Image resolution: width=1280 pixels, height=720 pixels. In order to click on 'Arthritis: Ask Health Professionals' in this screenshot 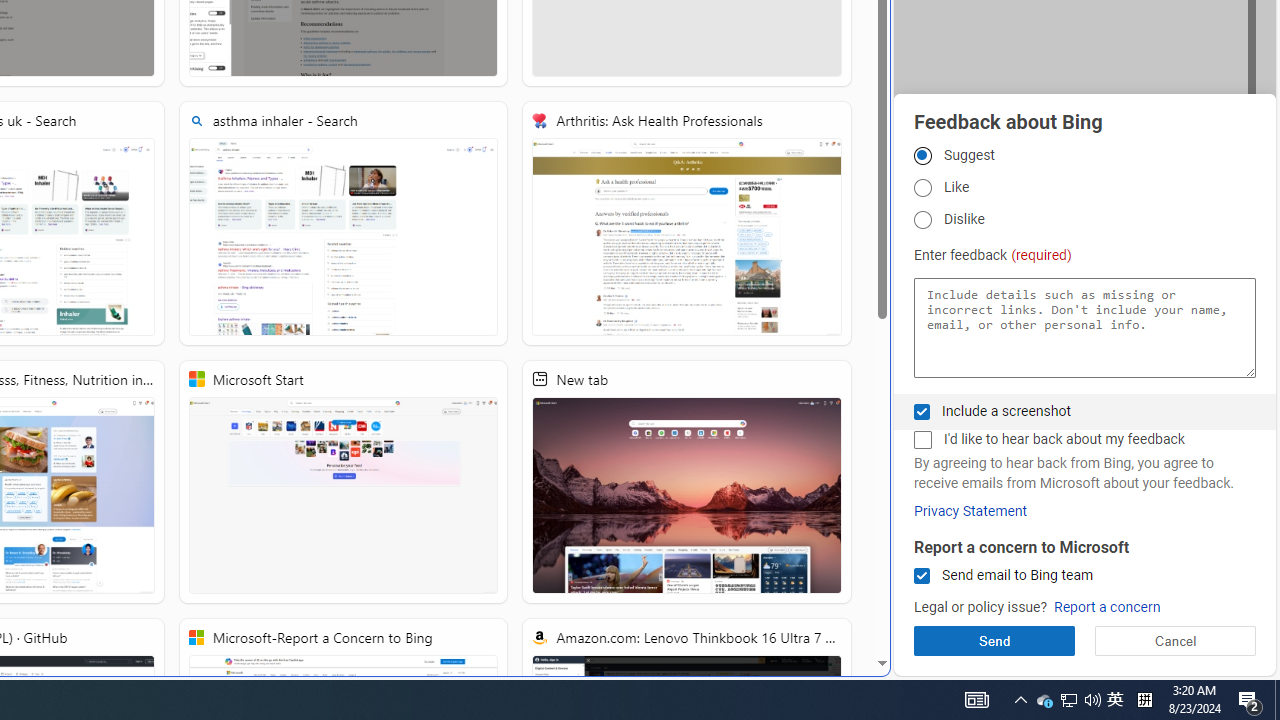, I will do `click(687, 223)`.